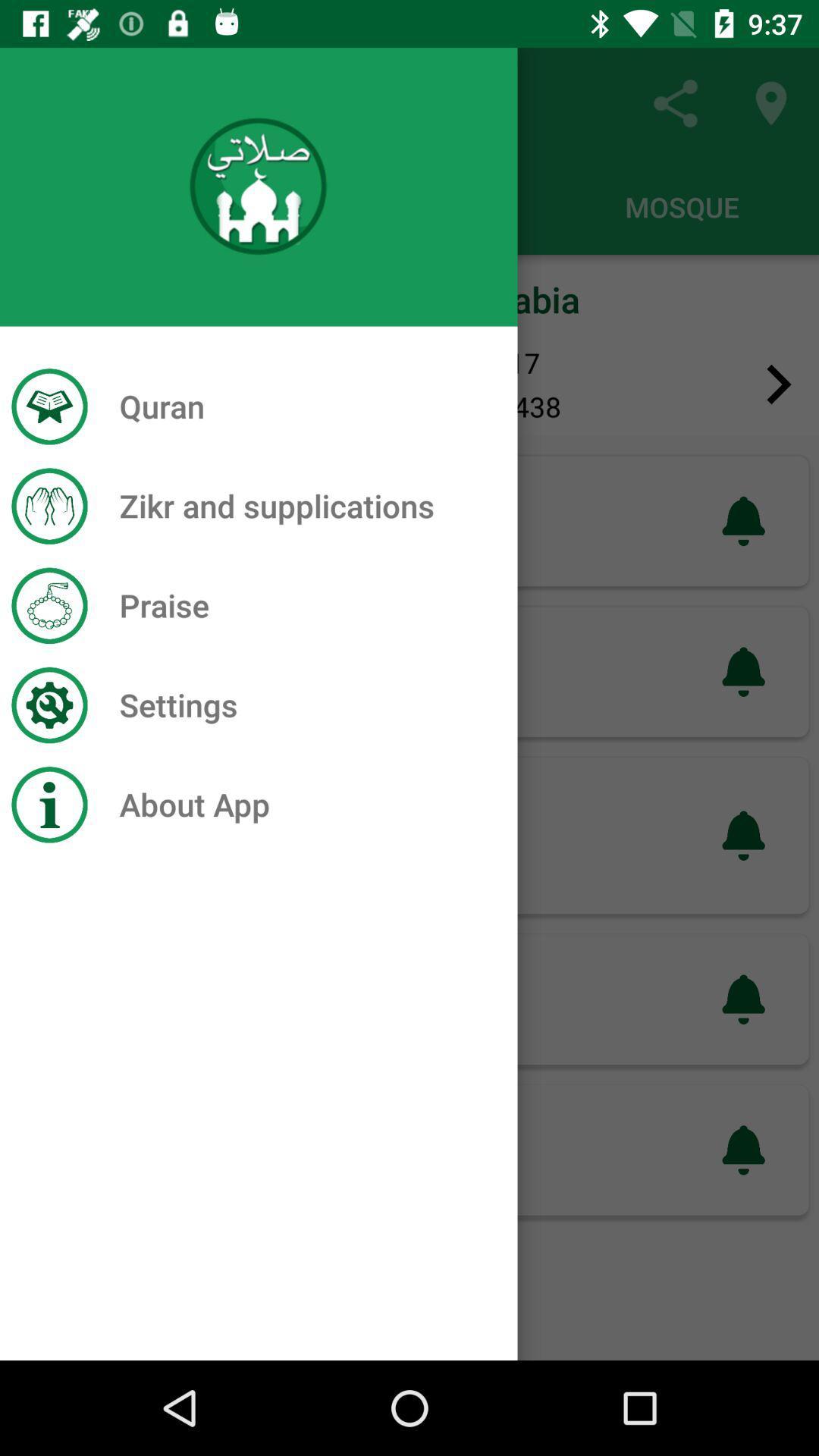  I want to click on the third notification icon, so click(742, 835).